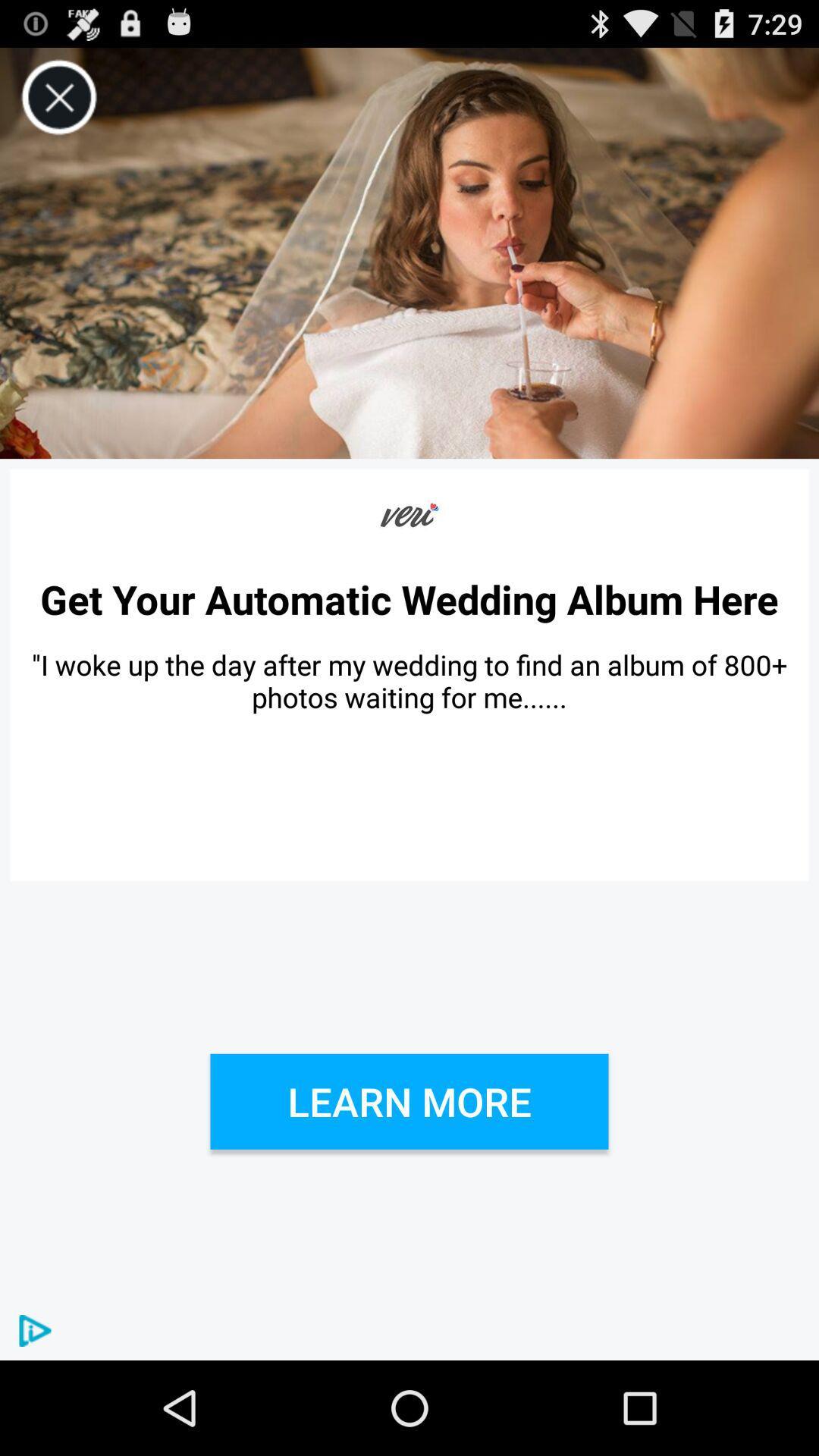 This screenshot has height=1456, width=819. Describe the element at coordinates (58, 104) in the screenshot. I see `the close icon` at that location.